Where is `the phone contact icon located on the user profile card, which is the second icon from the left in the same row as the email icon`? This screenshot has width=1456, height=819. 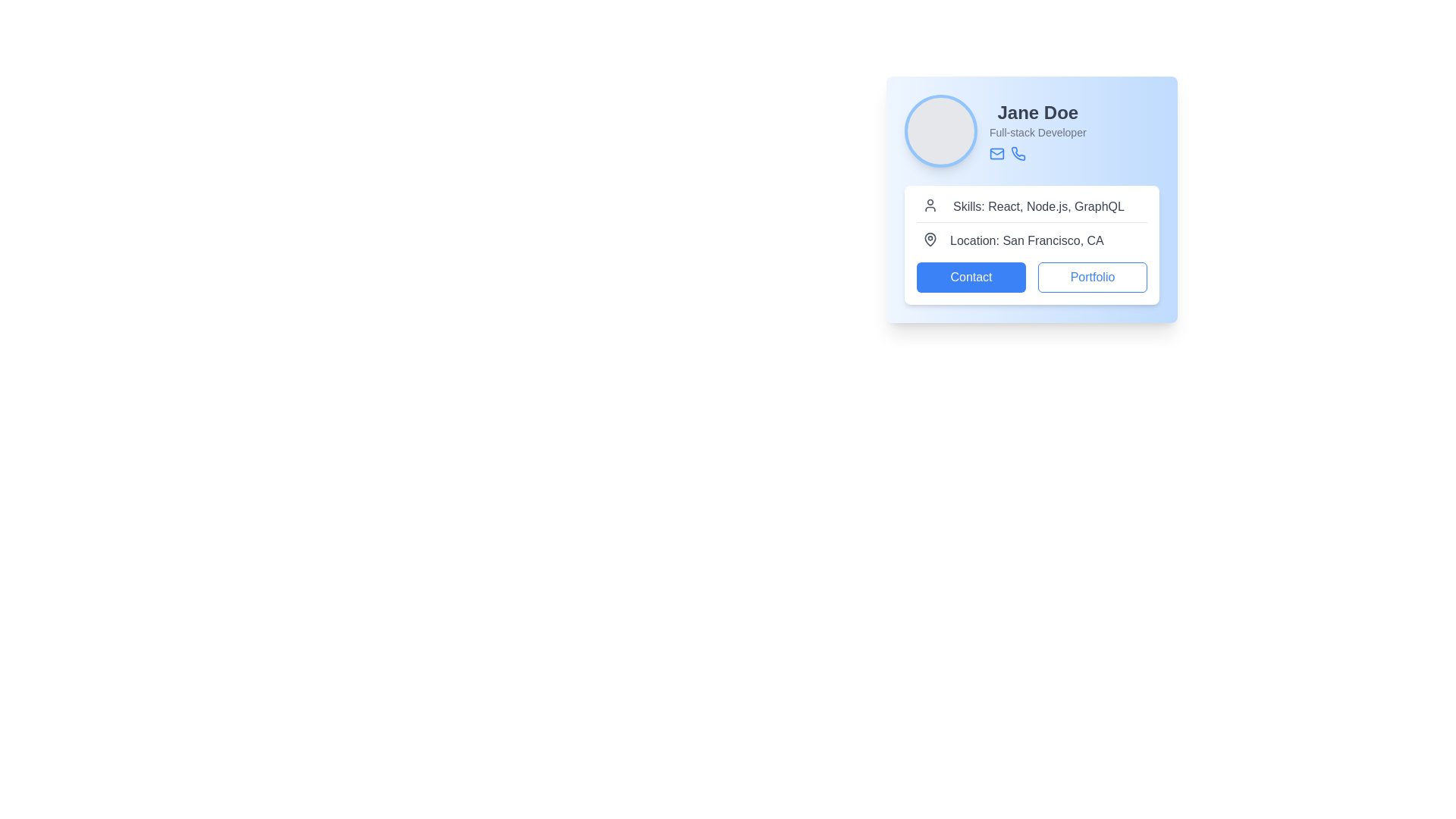 the phone contact icon located on the user profile card, which is the second icon from the left in the same row as the email icon is located at coordinates (1018, 154).